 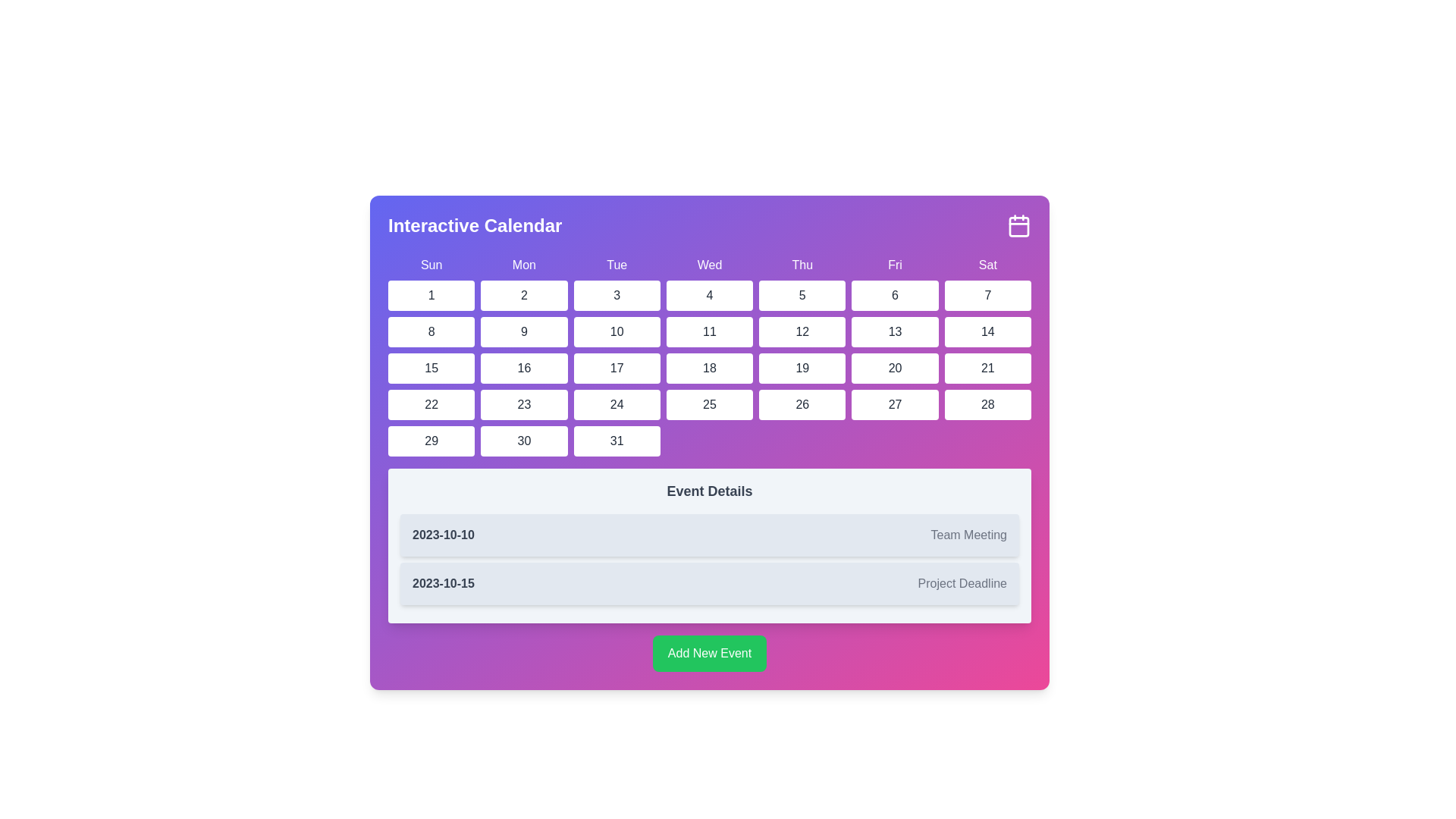 I want to click on the 'Add New Event' button, which has a green background and white text, to observe the hover effect, so click(x=709, y=652).